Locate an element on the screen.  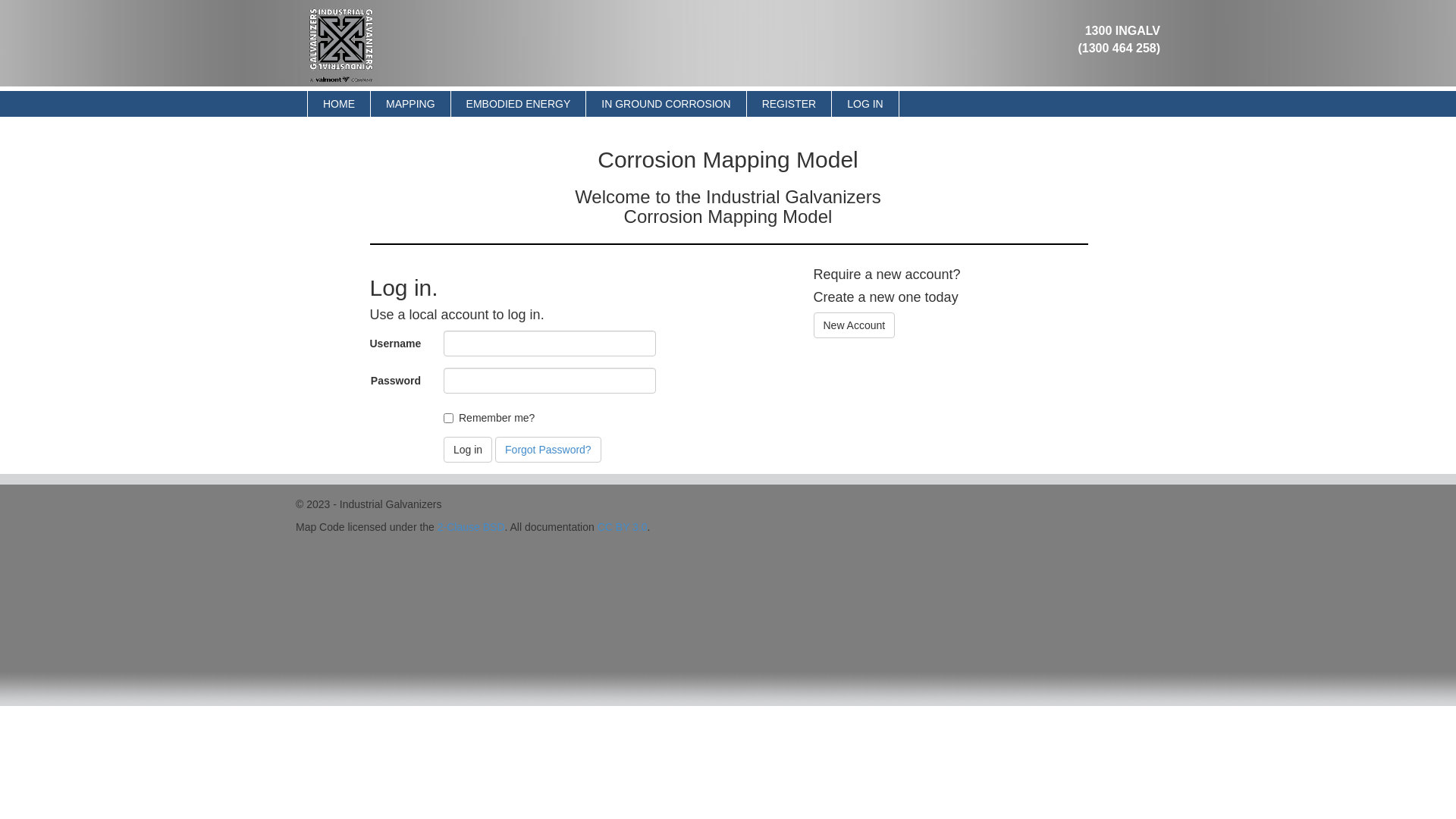
'New Account' is located at coordinates (855, 324).